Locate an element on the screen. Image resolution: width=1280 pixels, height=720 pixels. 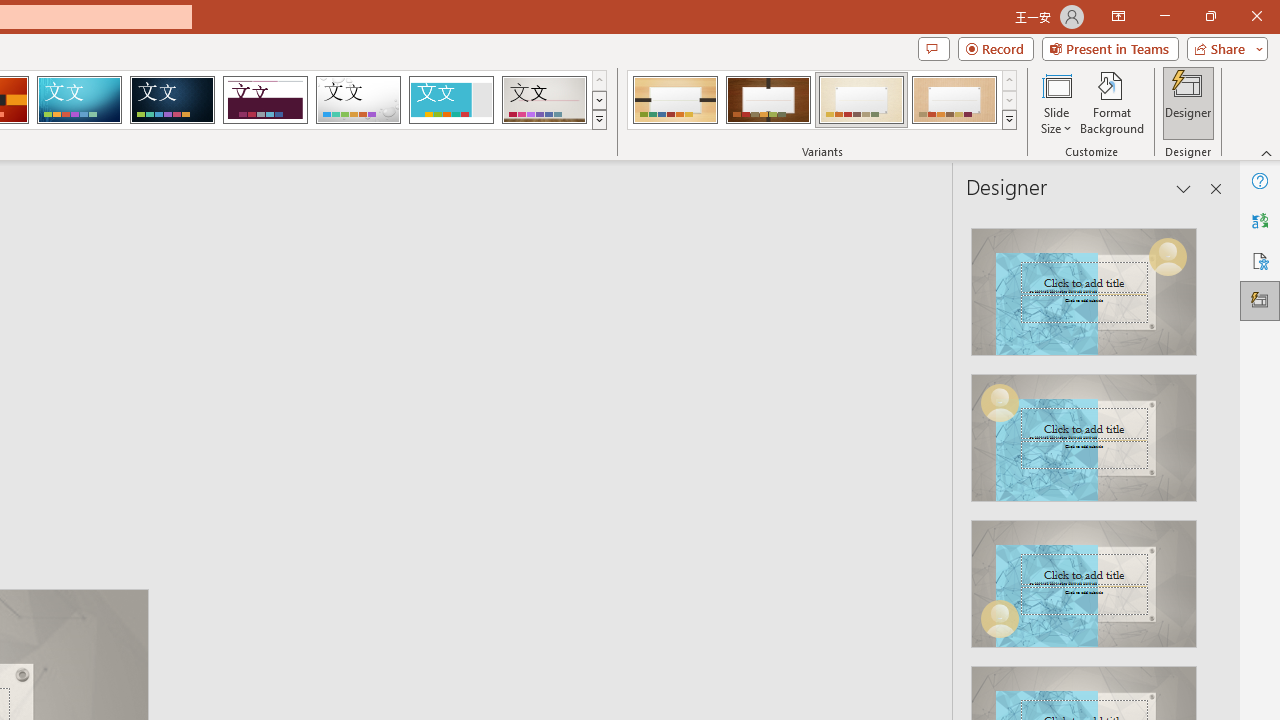
'Organic Variant 4' is located at coordinates (953, 100).